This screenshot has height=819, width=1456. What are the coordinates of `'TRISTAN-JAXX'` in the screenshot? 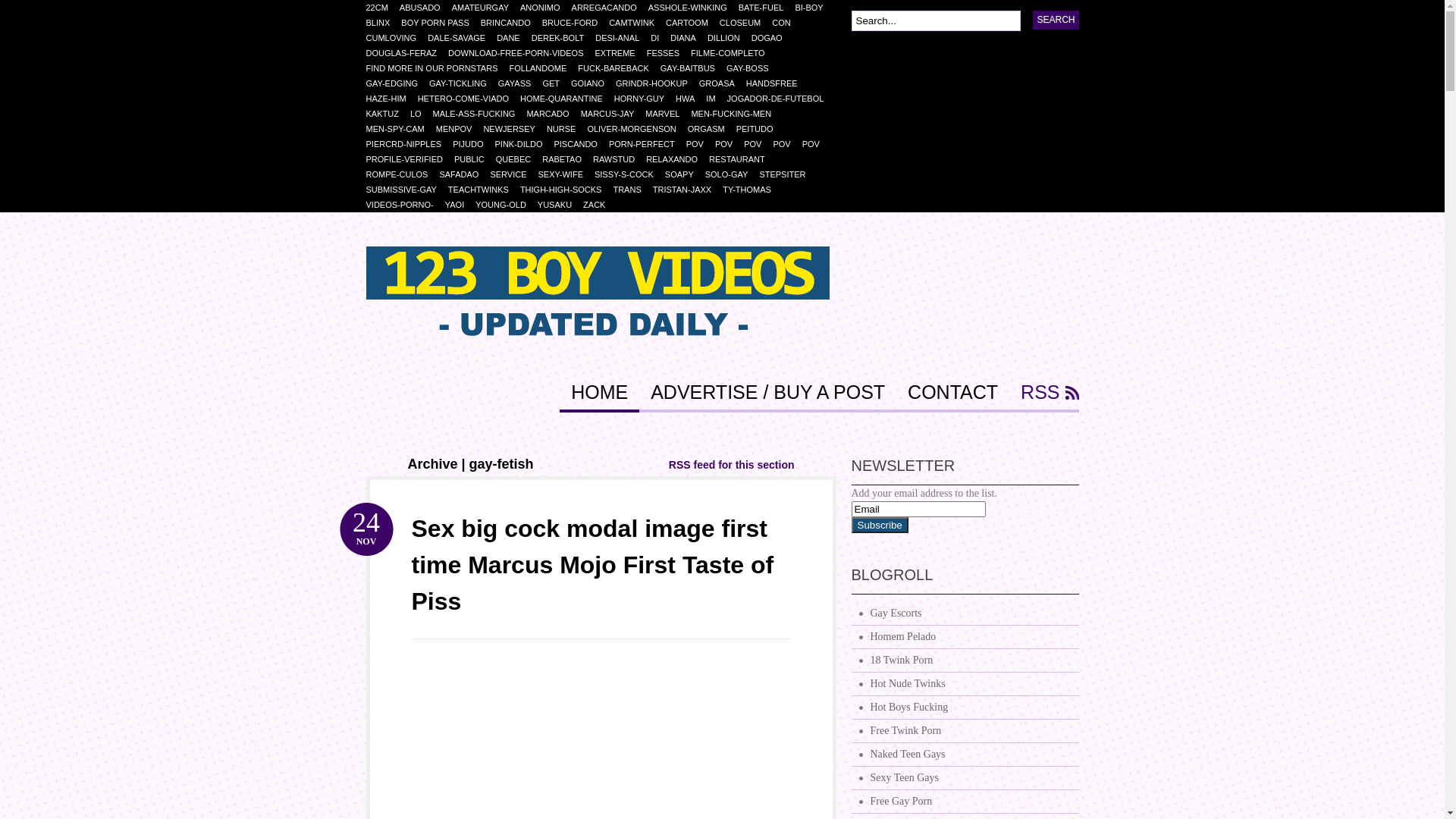 It's located at (687, 189).